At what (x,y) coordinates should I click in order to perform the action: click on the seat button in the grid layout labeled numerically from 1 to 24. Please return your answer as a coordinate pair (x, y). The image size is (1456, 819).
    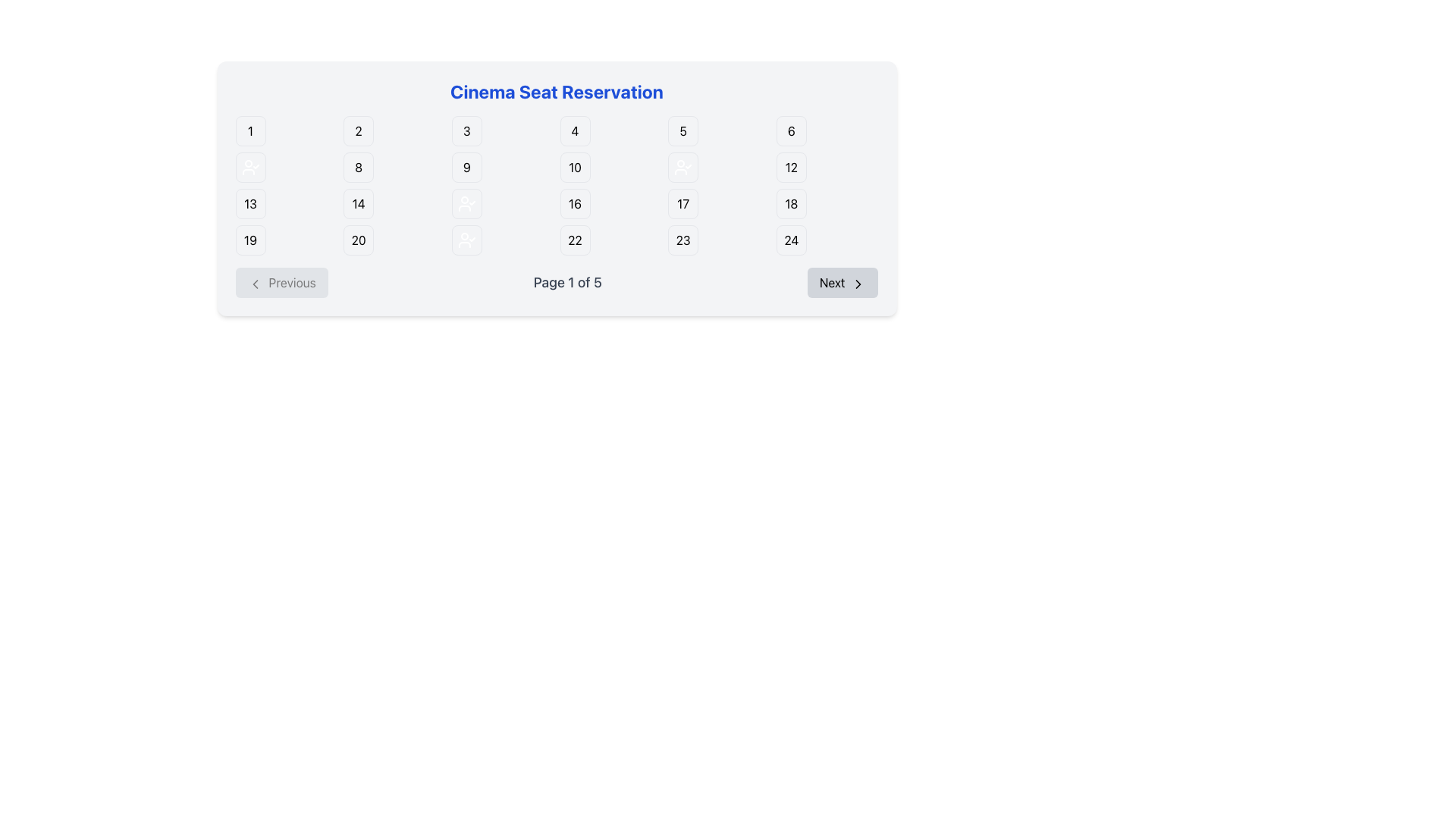
    Looking at the image, I should click on (556, 185).